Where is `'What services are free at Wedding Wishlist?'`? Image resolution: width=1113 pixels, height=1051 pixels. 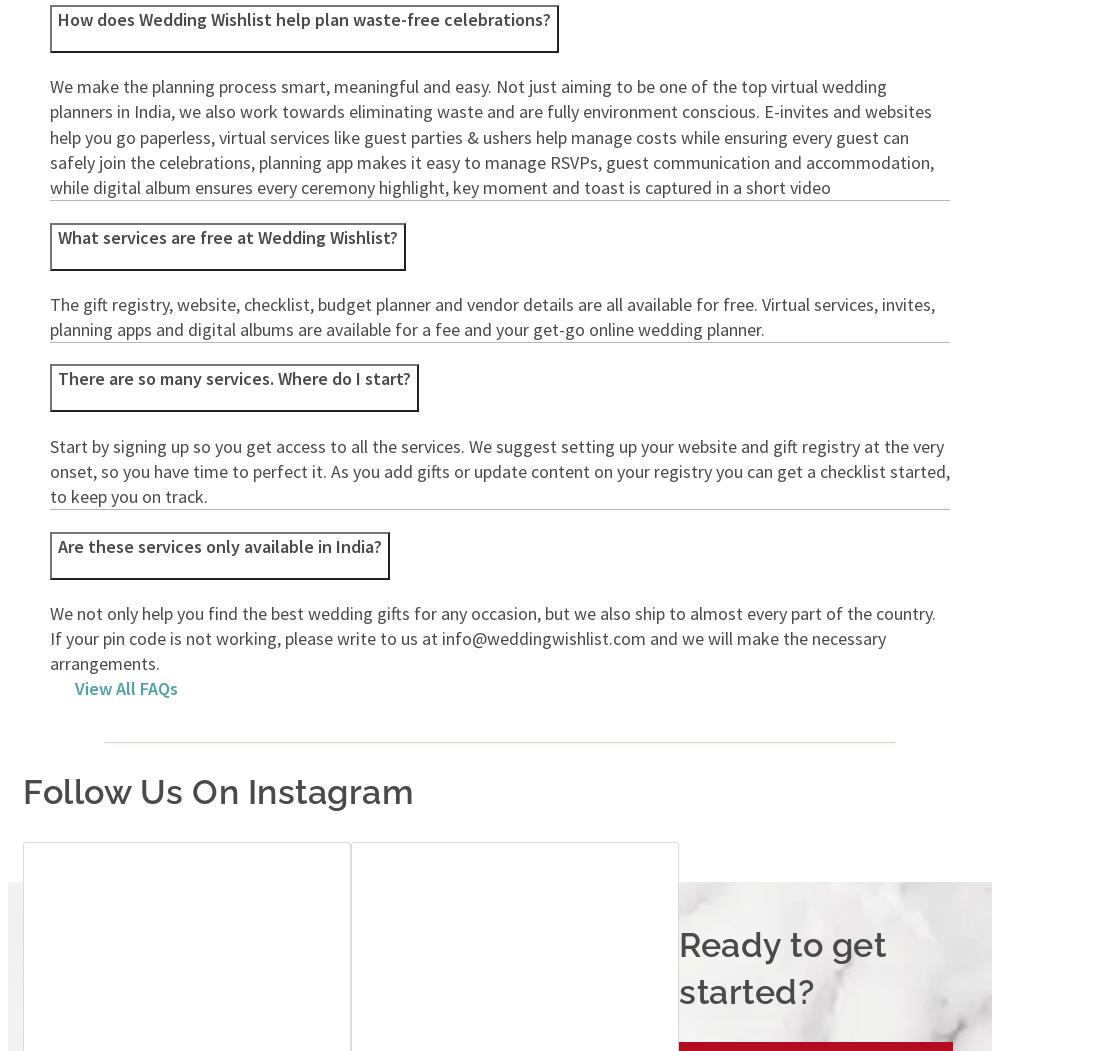 'What services are free at Wedding Wishlist?' is located at coordinates (228, 235).